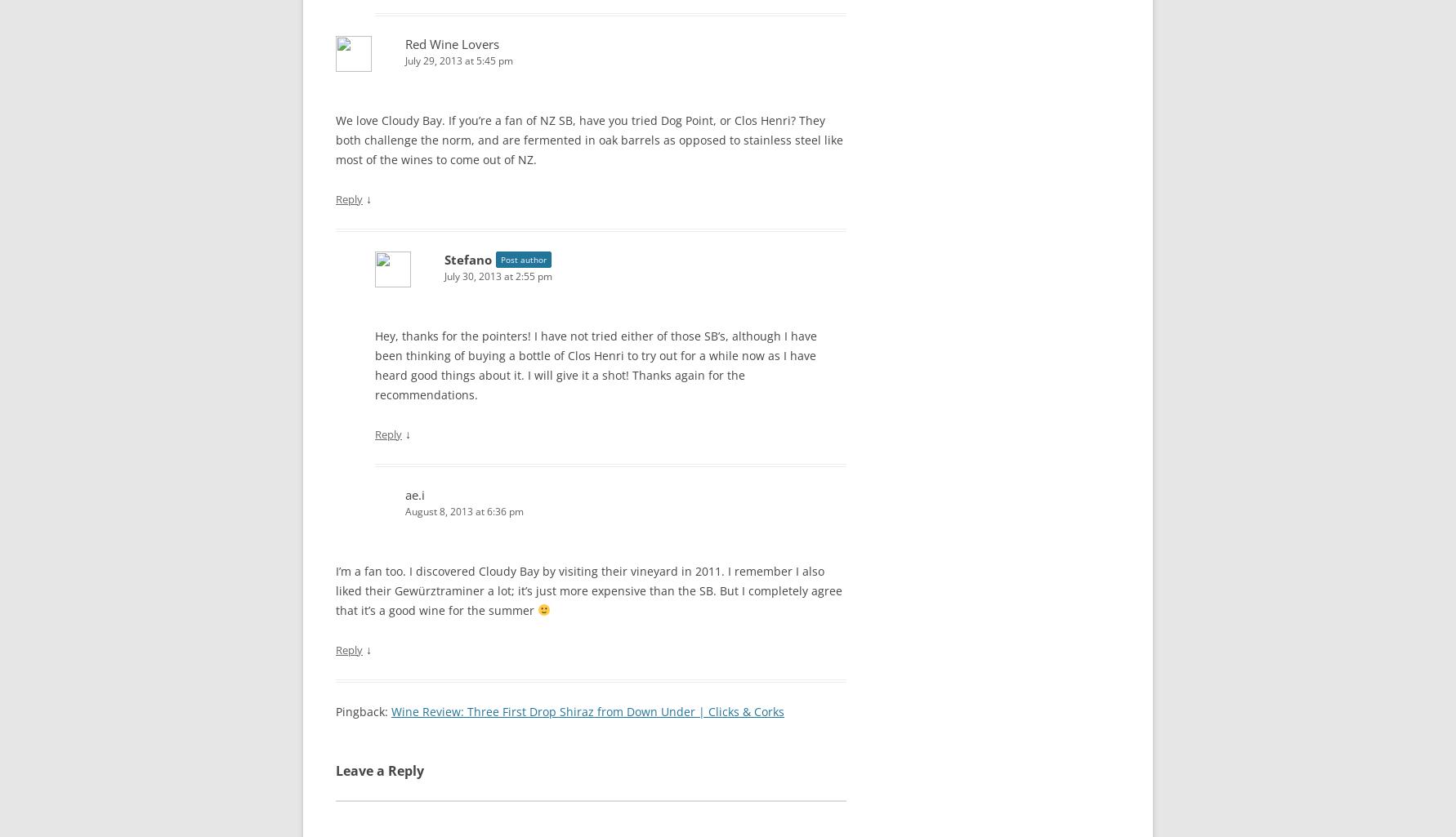 The image size is (1456, 837). What do you see at coordinates (335, 710) in the screenshot?
I see `'Pingback:'` at bounding box center [335, 710].